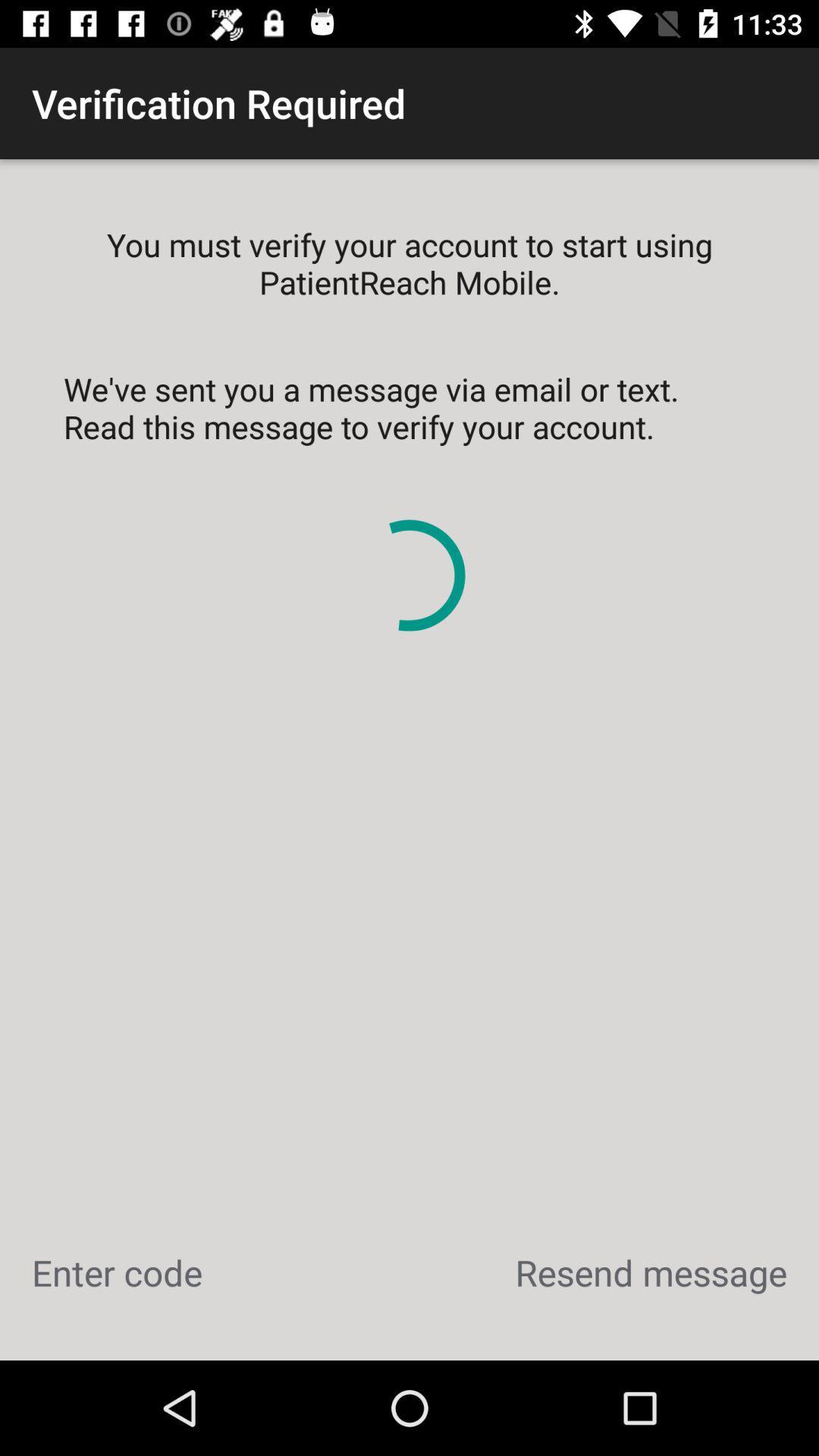 The width and height of the screenshot is (819, 1456). I want to click on the item below we ve sent item, so click(116, 1272).